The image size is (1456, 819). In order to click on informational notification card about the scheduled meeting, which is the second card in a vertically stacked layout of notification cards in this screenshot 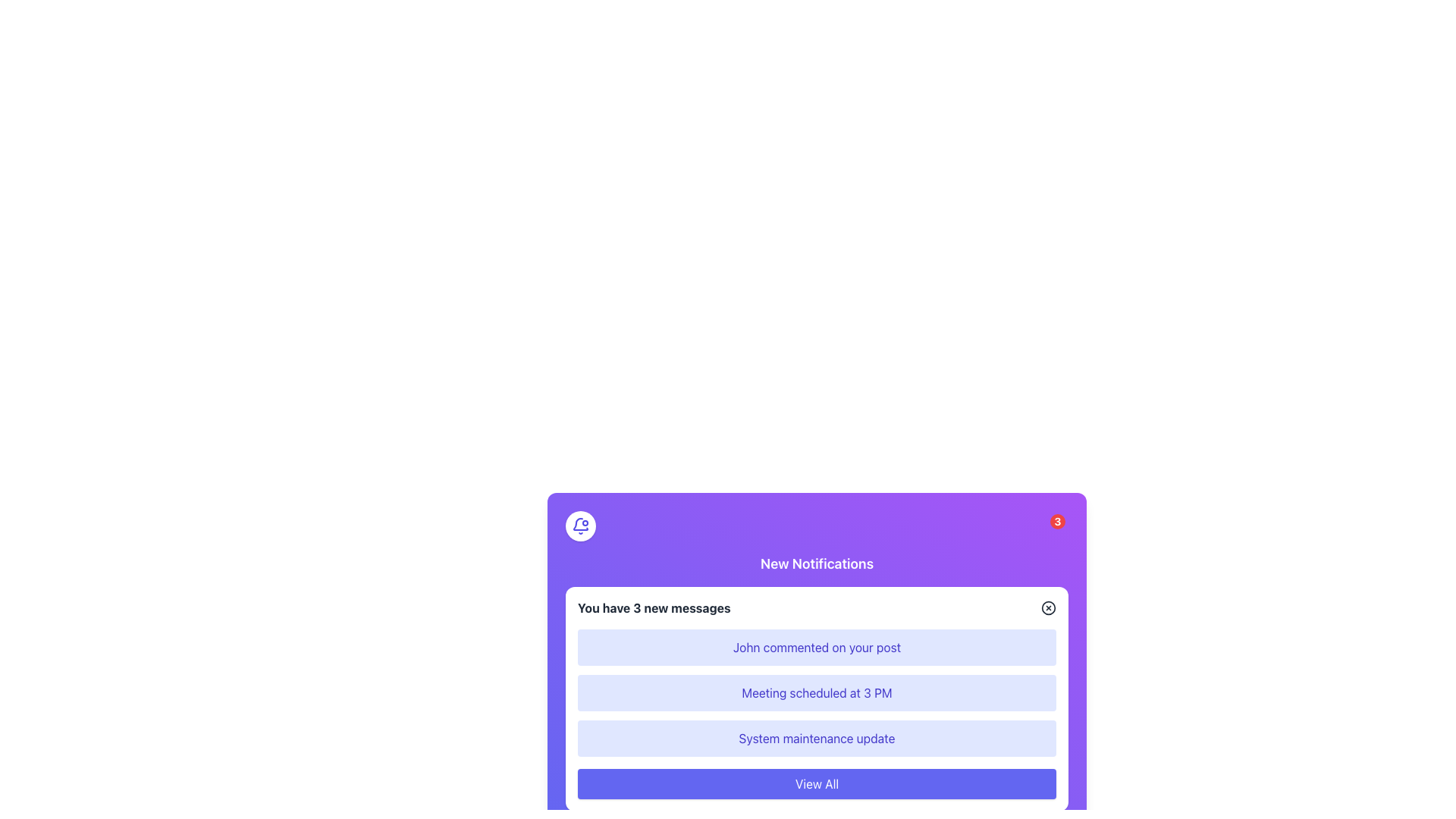, I will do `click(816, 693)`.